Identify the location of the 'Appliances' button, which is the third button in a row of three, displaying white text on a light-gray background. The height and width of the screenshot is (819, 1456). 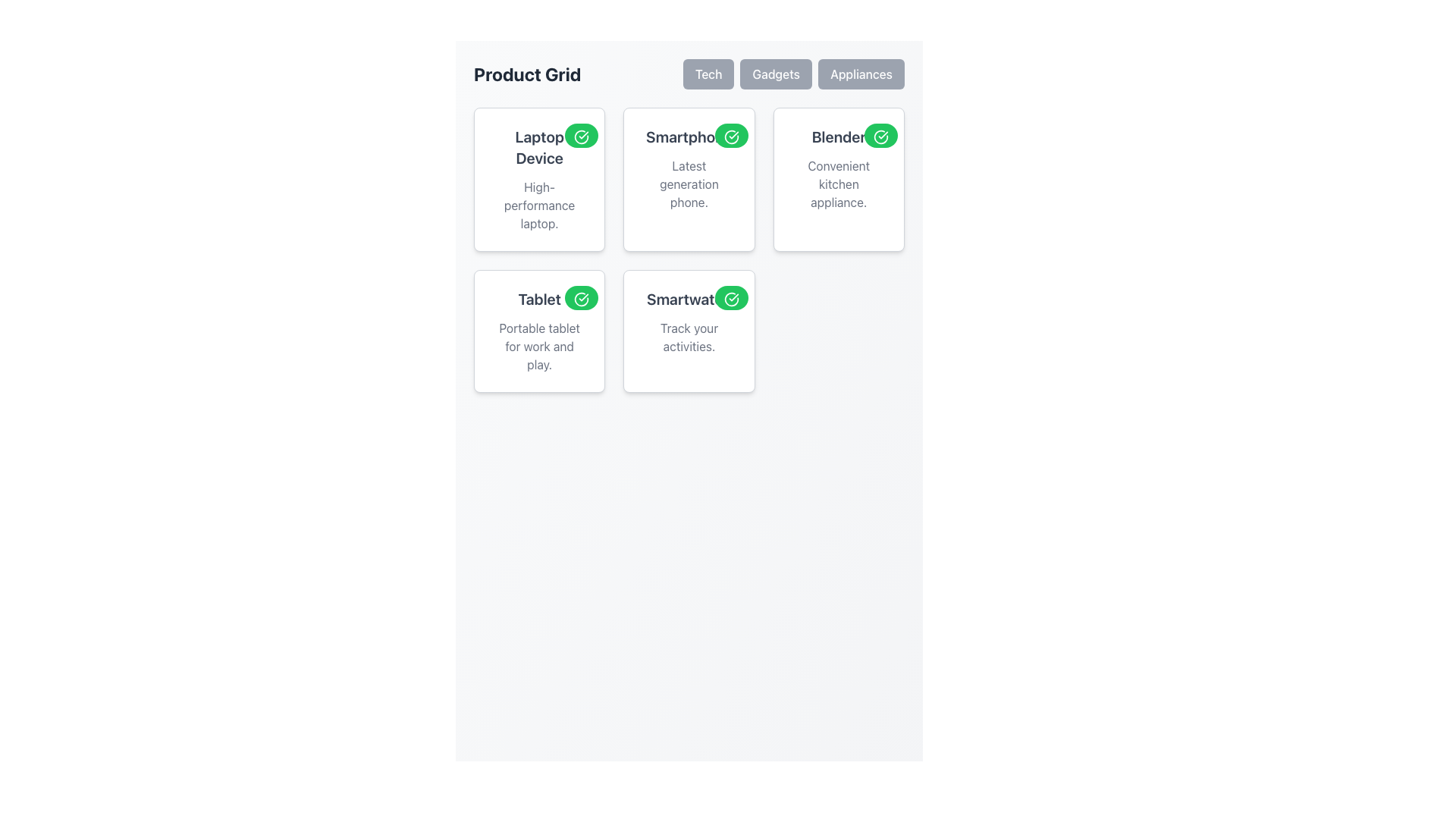
(861, 74).